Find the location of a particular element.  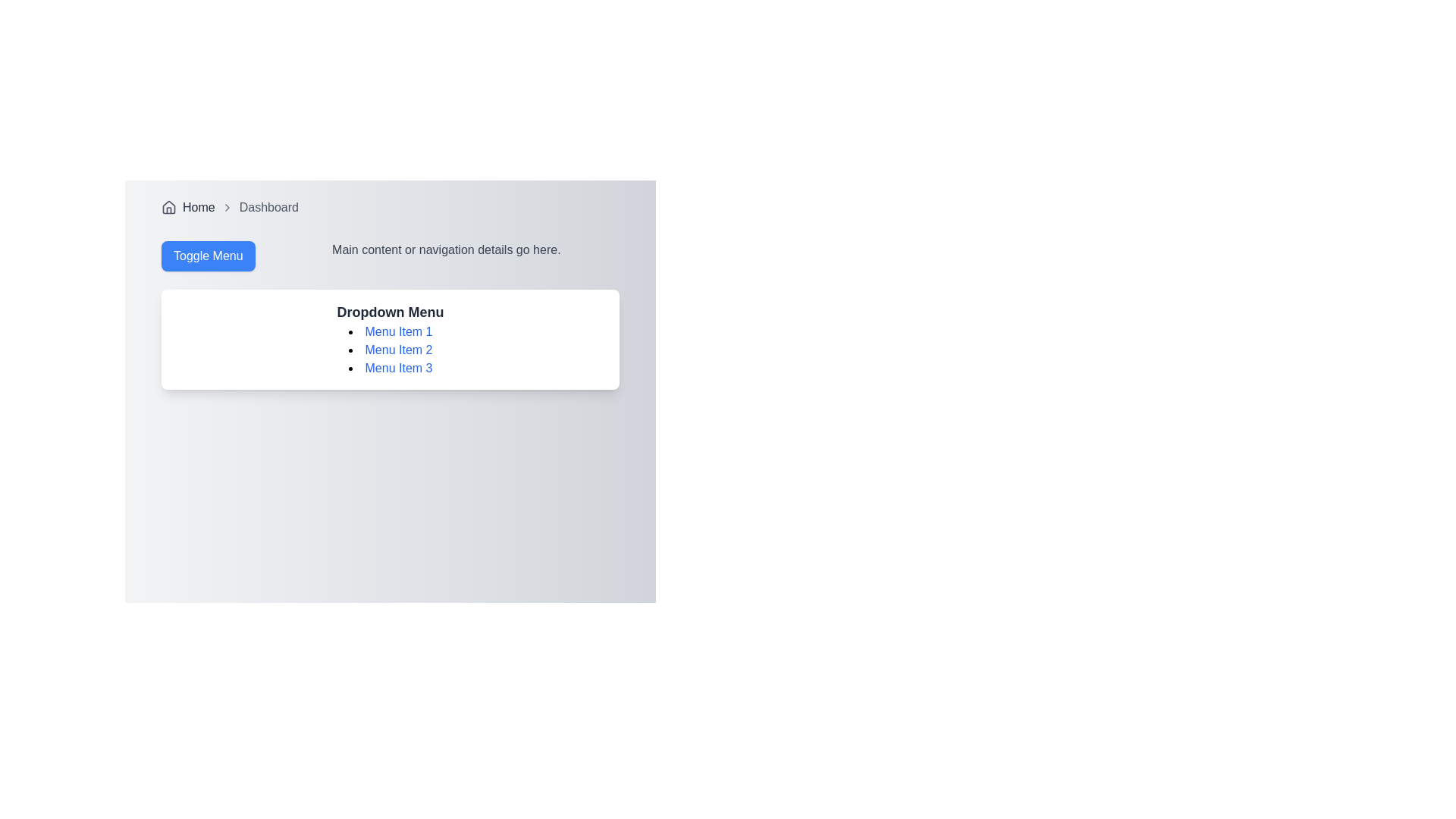

the text label styled as a hyperlink displaying 'Menu Item 2' to underline it is located at coordinates (399, 350).